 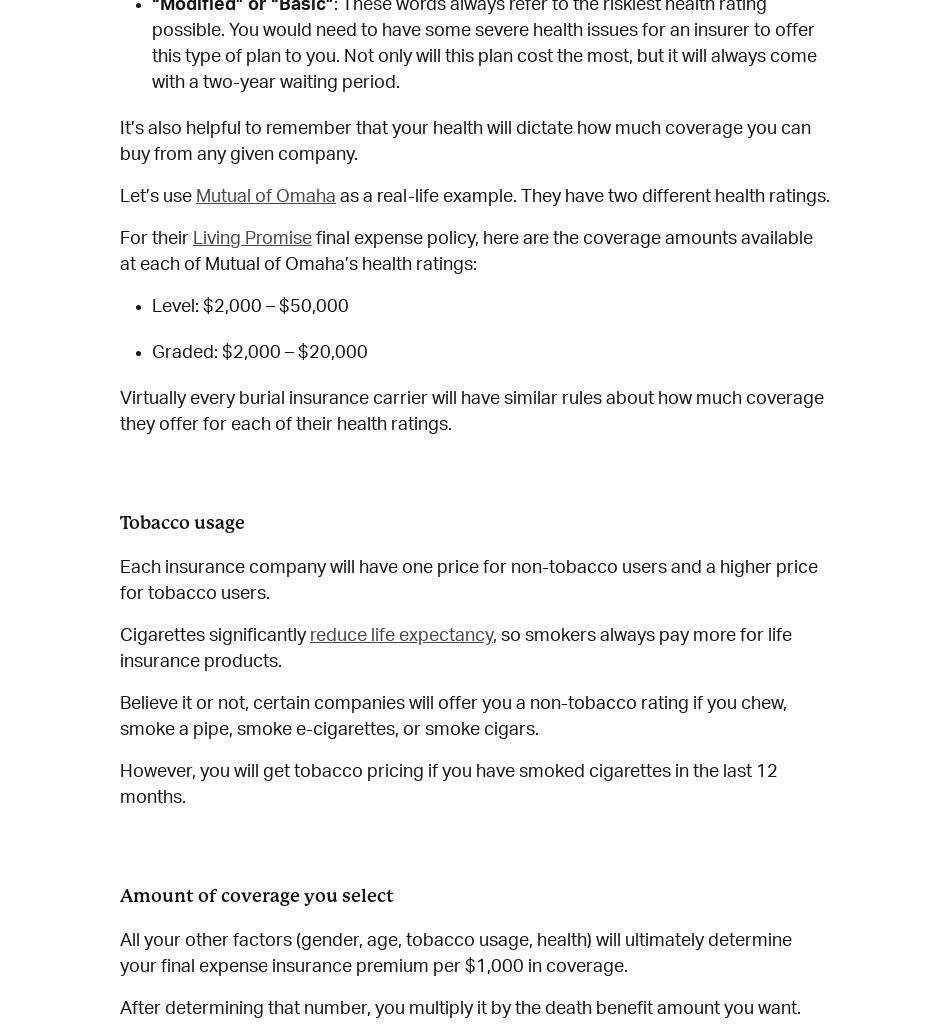 I want to click on 'Level: $2,000 – $50,000', so click(x=249, y=305).